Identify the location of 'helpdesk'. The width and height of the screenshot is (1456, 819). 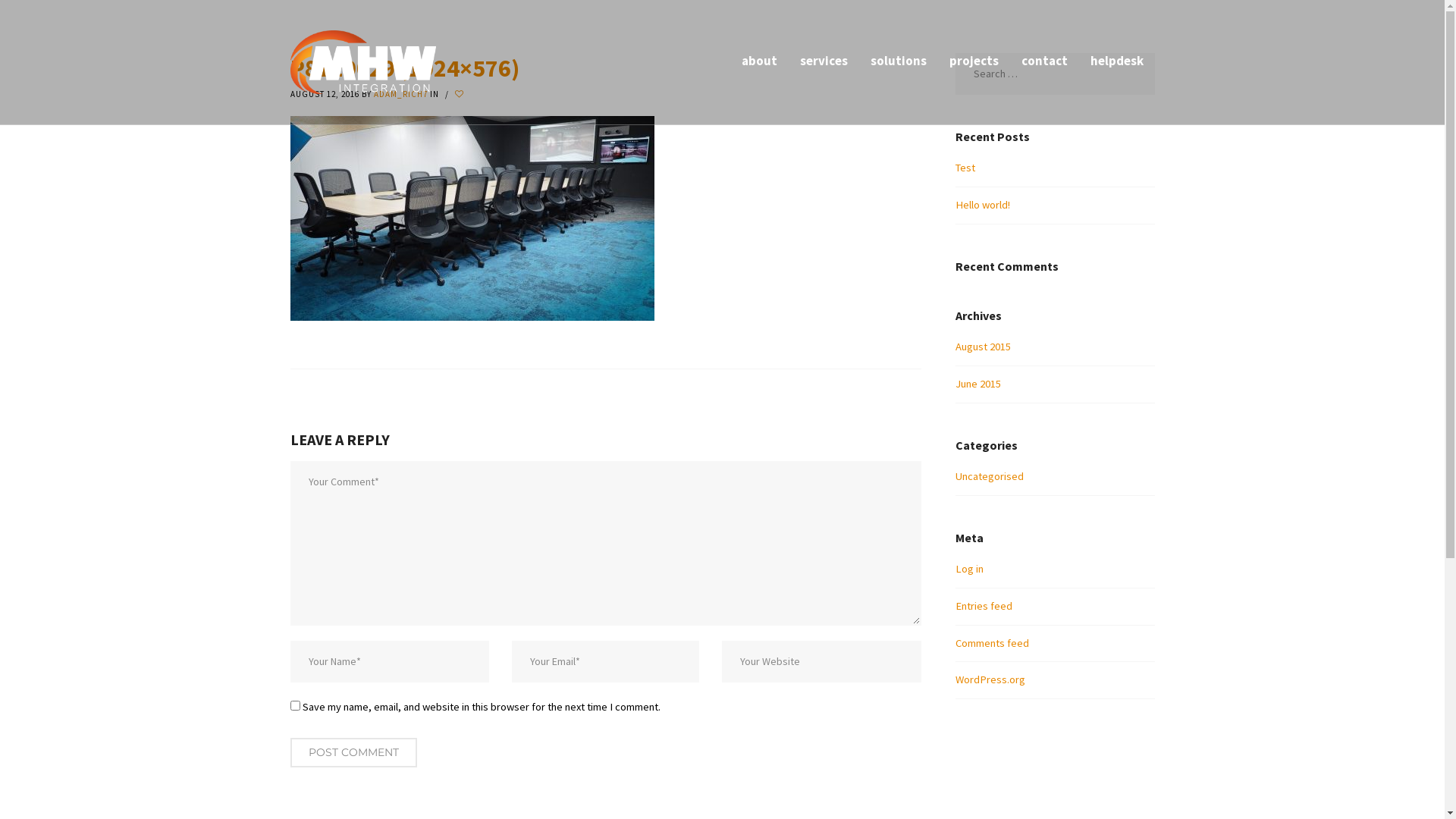
(1077, 61).